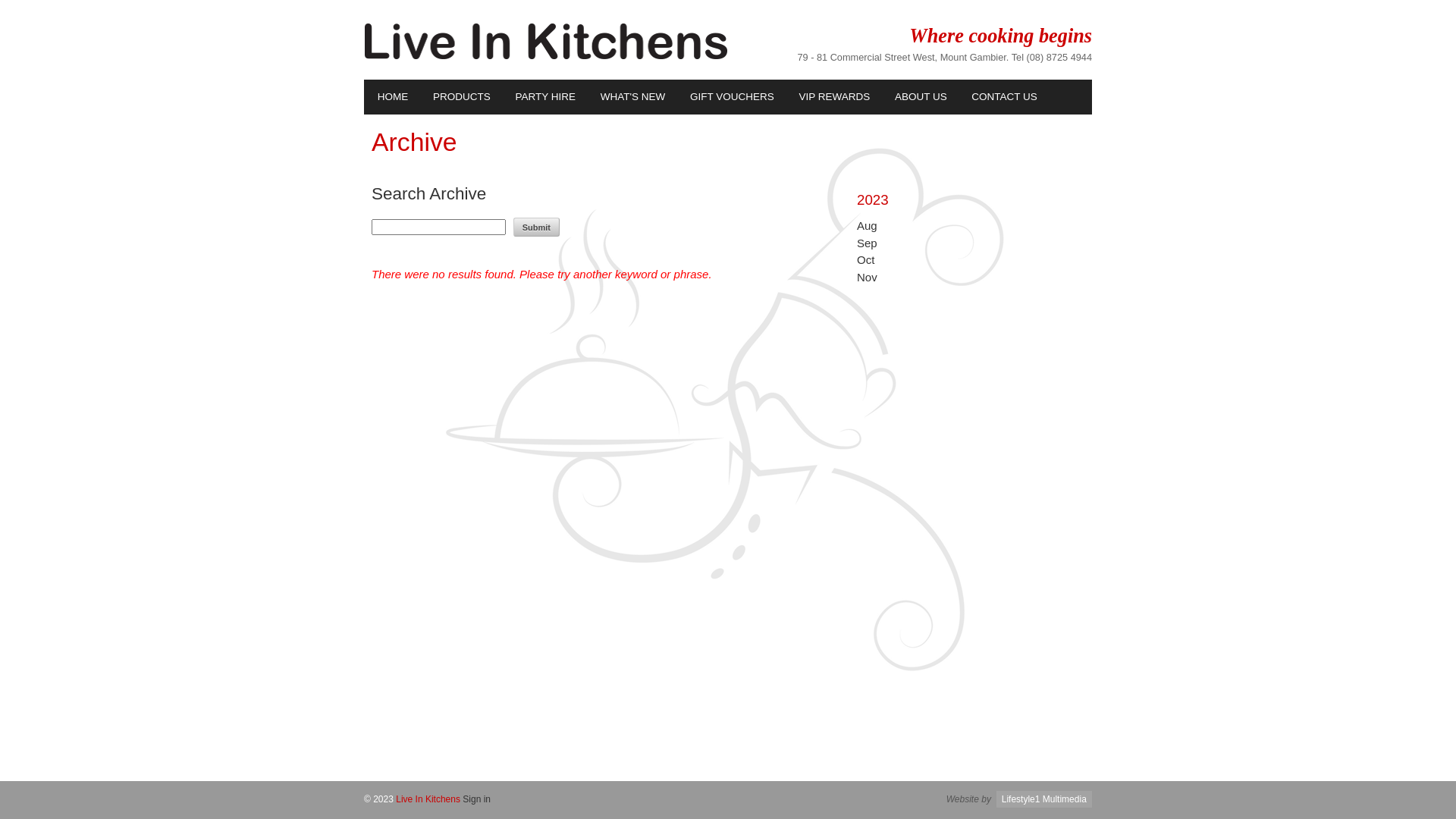  Describe the element at coordinates (957, 97) in the screenshot. I see `'CONTACT US'` at that location.